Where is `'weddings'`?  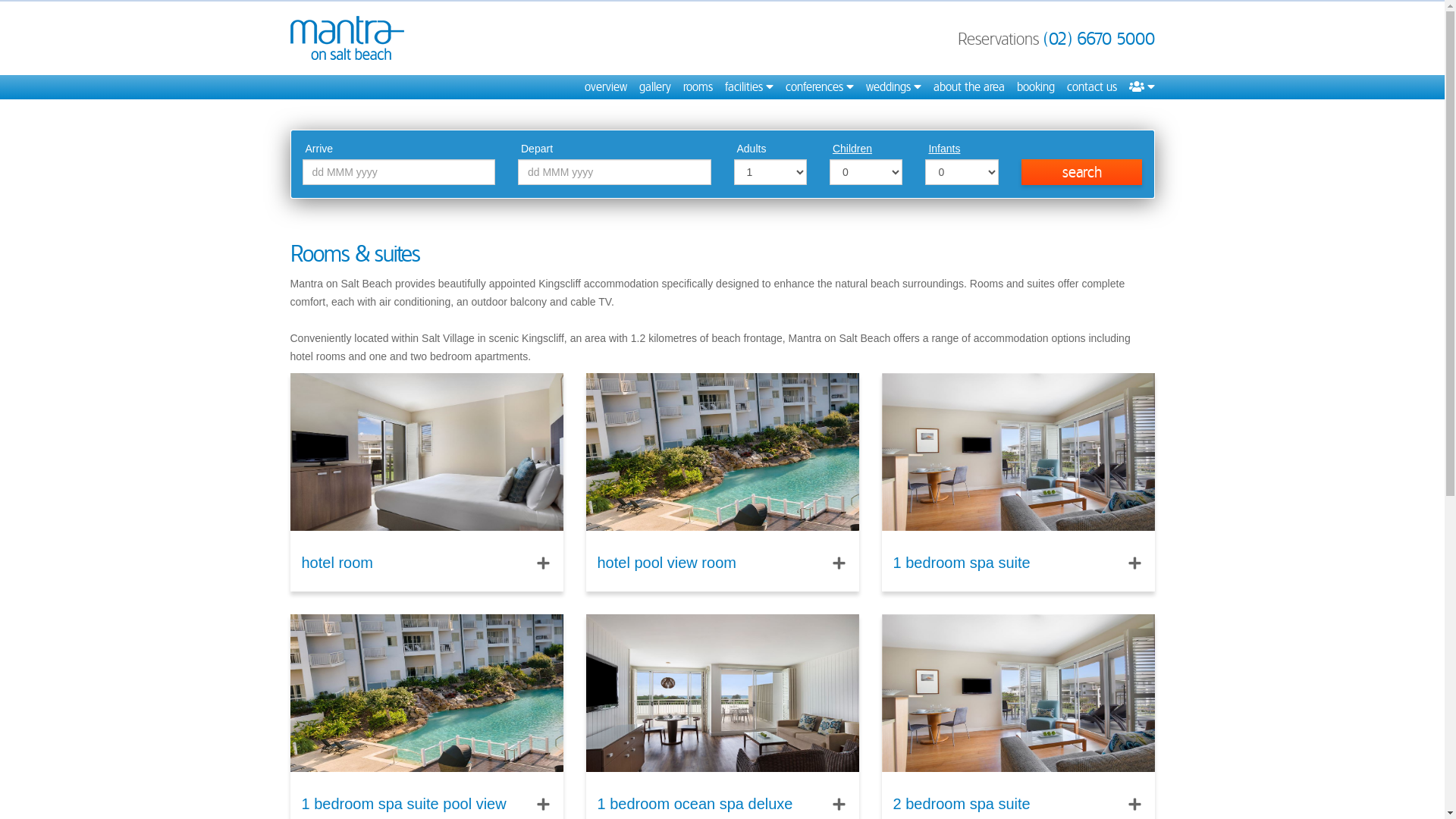
'weddings' is located at coordinates (893, 87).